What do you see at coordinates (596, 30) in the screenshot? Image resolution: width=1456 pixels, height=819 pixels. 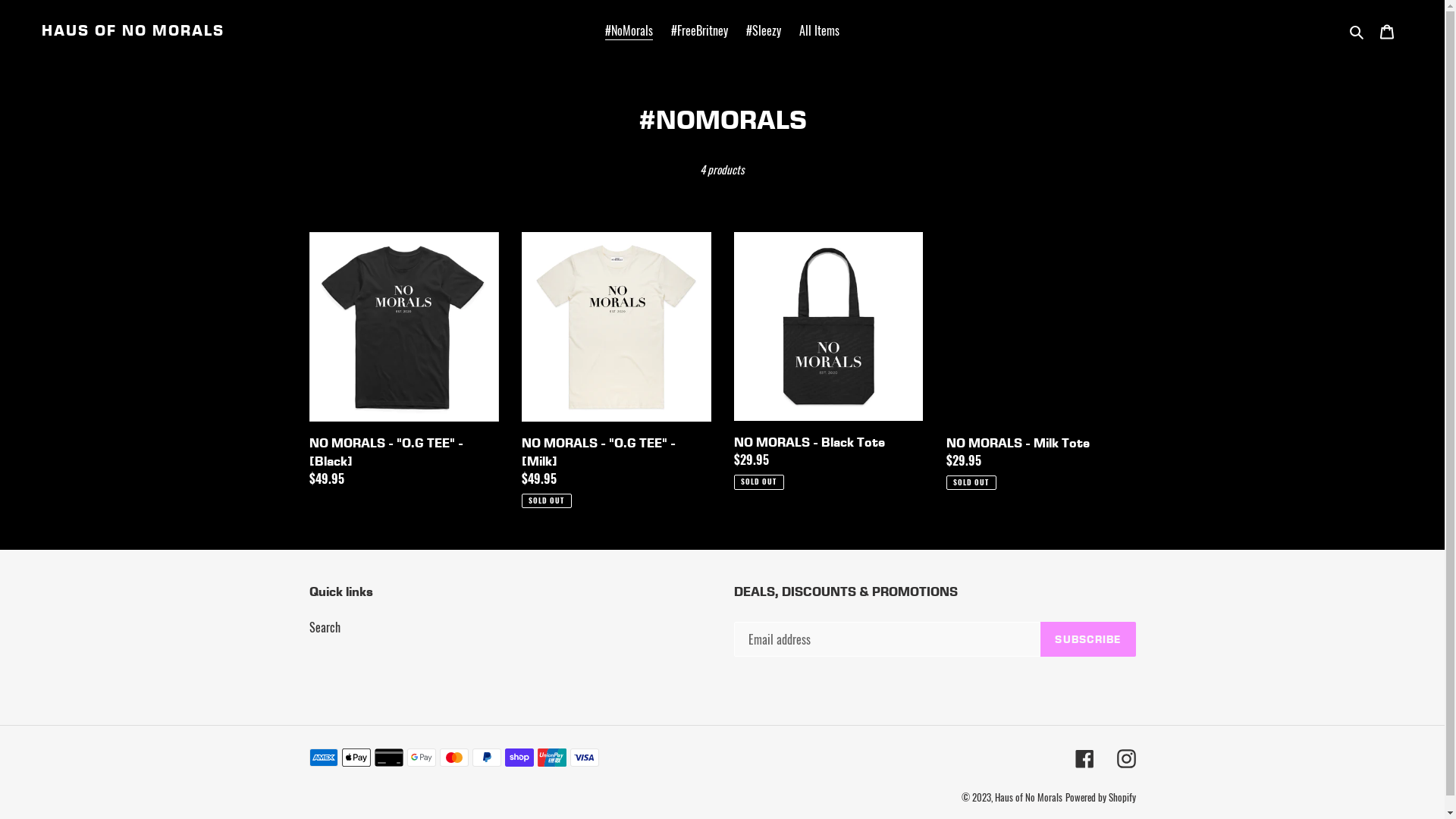 I see `'#NoMorals'` at bounding box center [596, 30].